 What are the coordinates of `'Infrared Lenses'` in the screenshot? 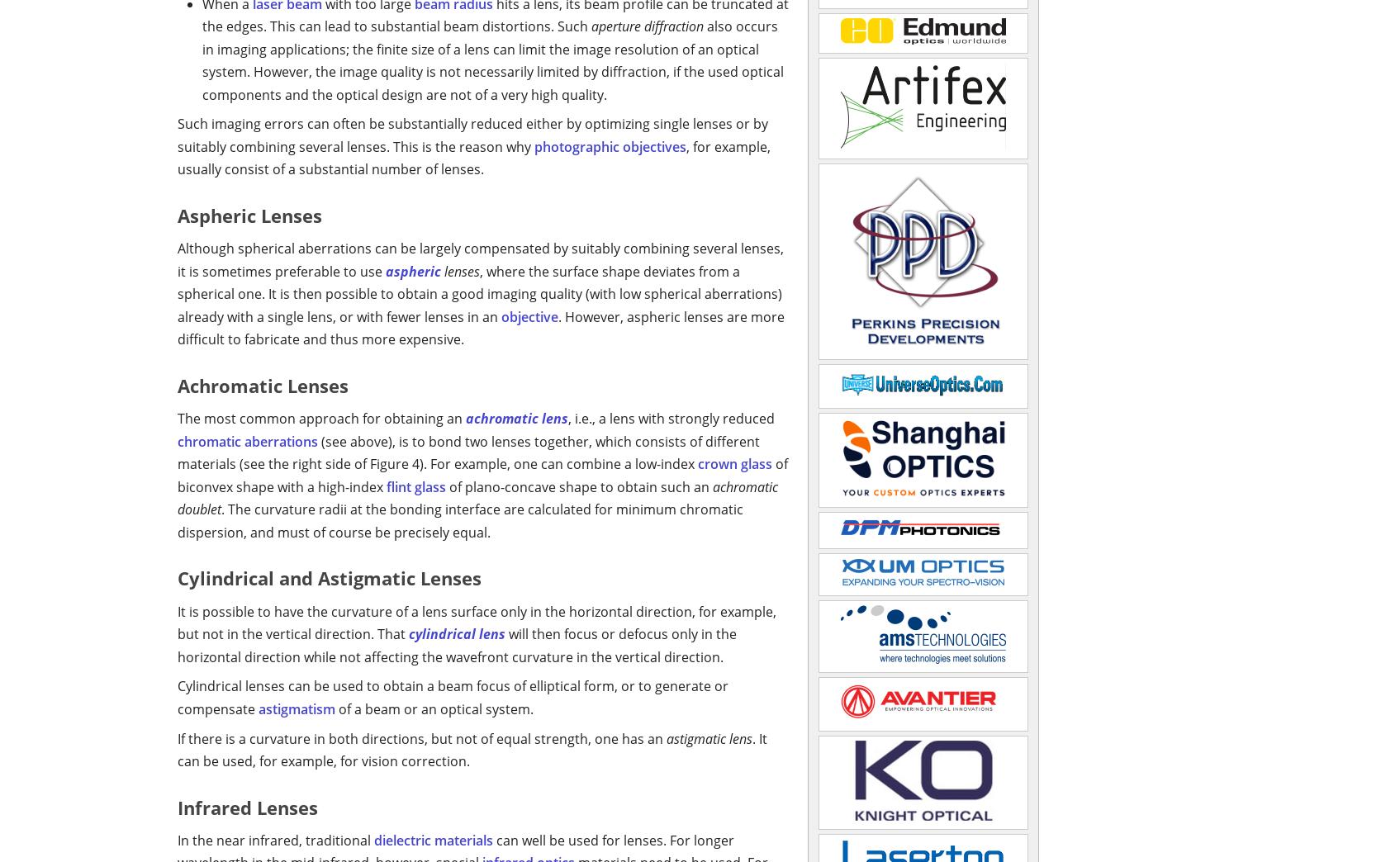 It's located at (248, 806).